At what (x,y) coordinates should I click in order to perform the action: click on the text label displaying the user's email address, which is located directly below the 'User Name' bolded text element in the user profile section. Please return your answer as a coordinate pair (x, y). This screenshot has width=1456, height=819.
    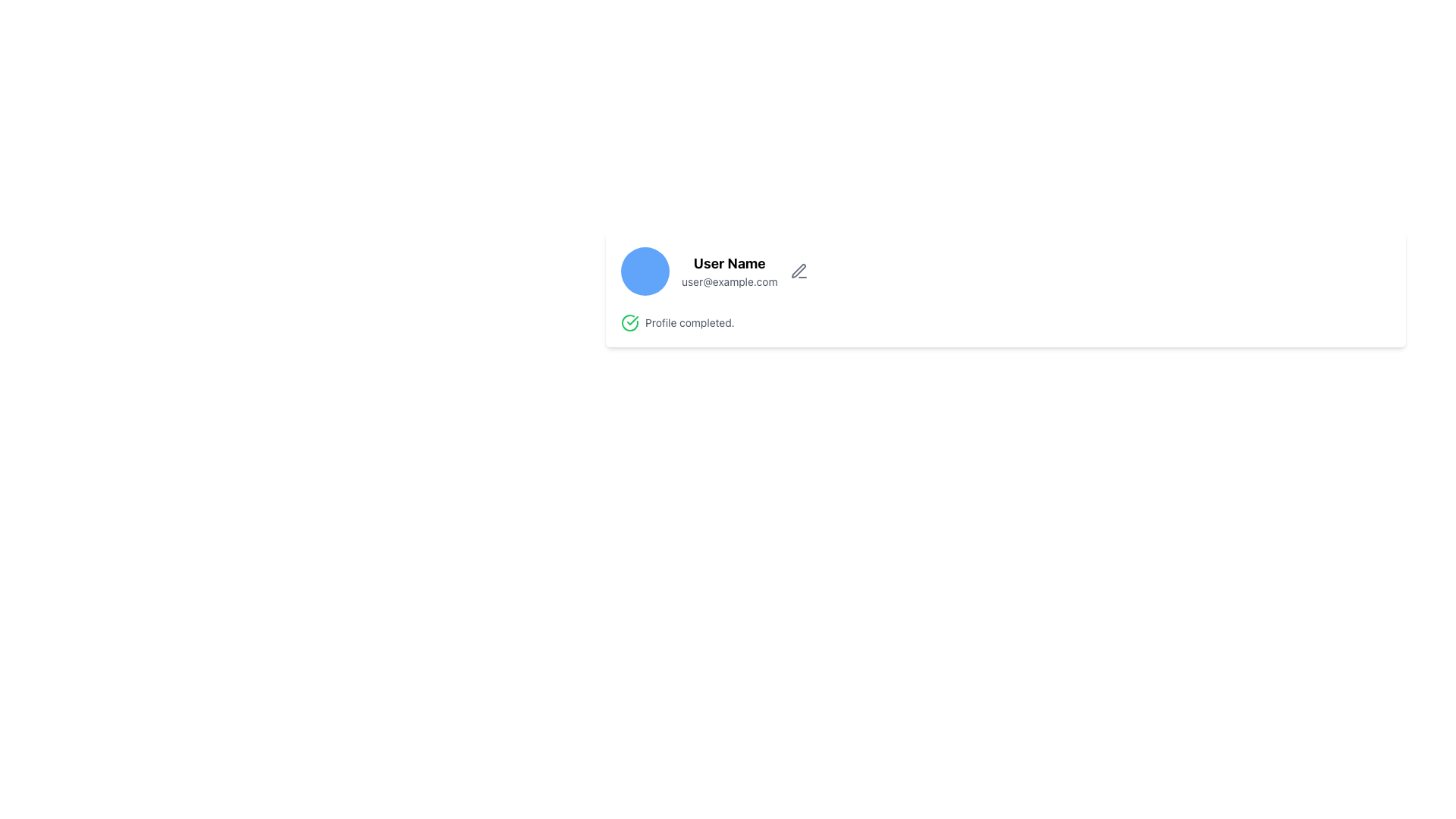
    Looking at the image, I should click on (730, 281).